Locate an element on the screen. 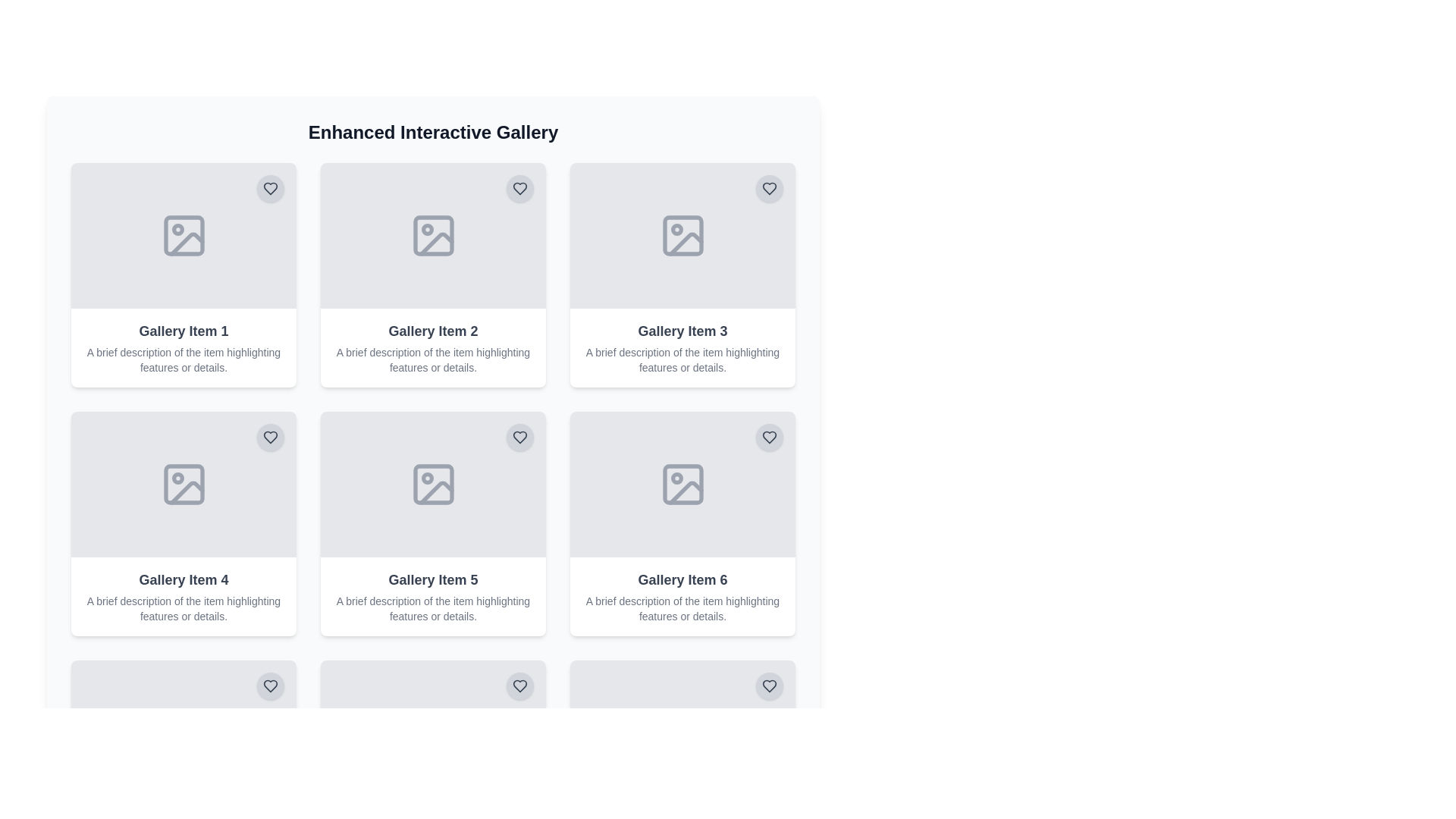  text displayed in the text field labeled 'Gallery Item 3', which is a bold gray text located in the center of the user interface within the third gallery item is located at coordinates (682, 330).